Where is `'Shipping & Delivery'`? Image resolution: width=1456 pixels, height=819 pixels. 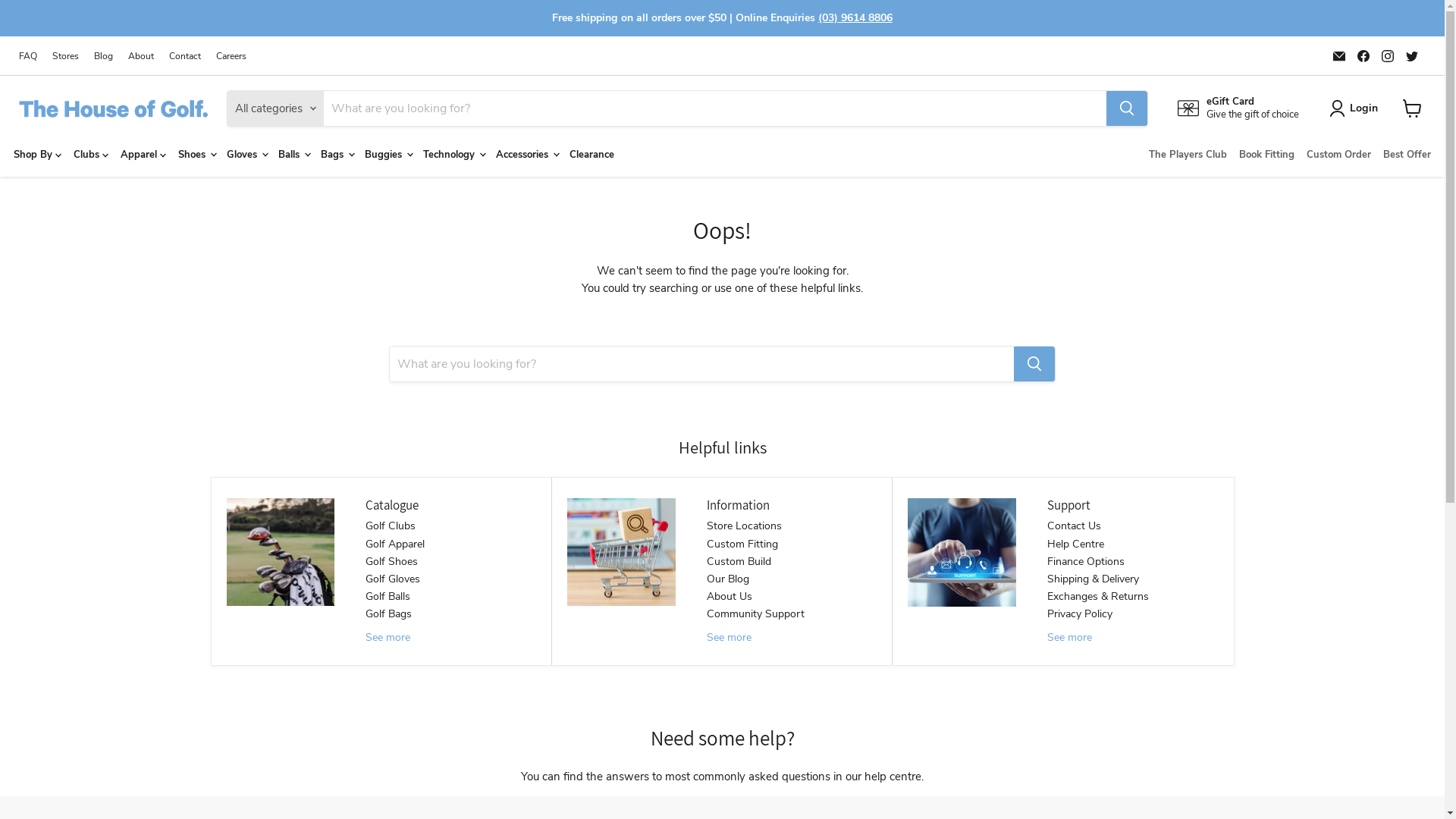 'Shipping & Delivery' is located at coordinates (1093, 579).